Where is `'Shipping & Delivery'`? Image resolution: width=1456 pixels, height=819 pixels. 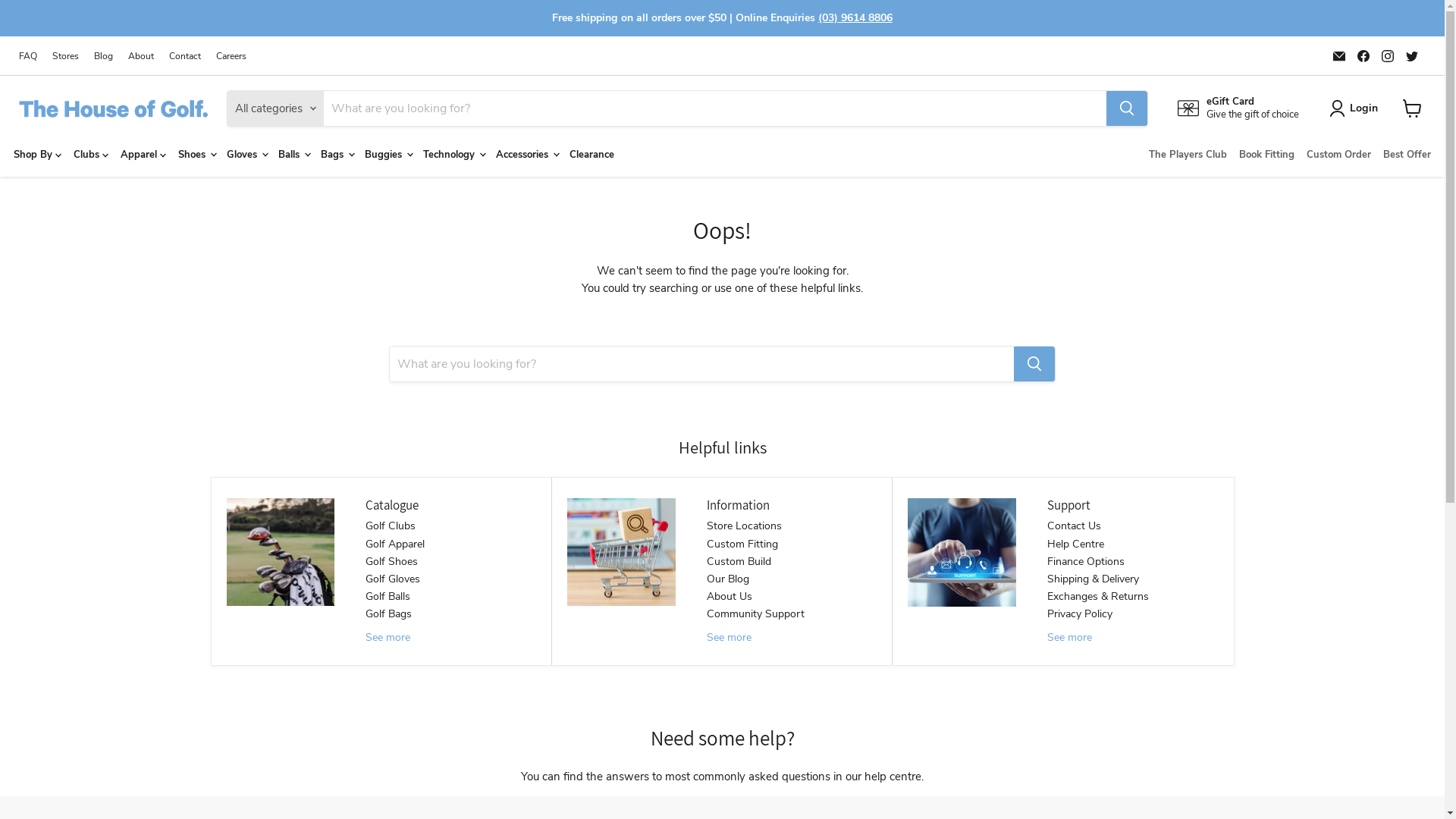 'Shipping & Delivery' is located at coordinates (1093, 579).